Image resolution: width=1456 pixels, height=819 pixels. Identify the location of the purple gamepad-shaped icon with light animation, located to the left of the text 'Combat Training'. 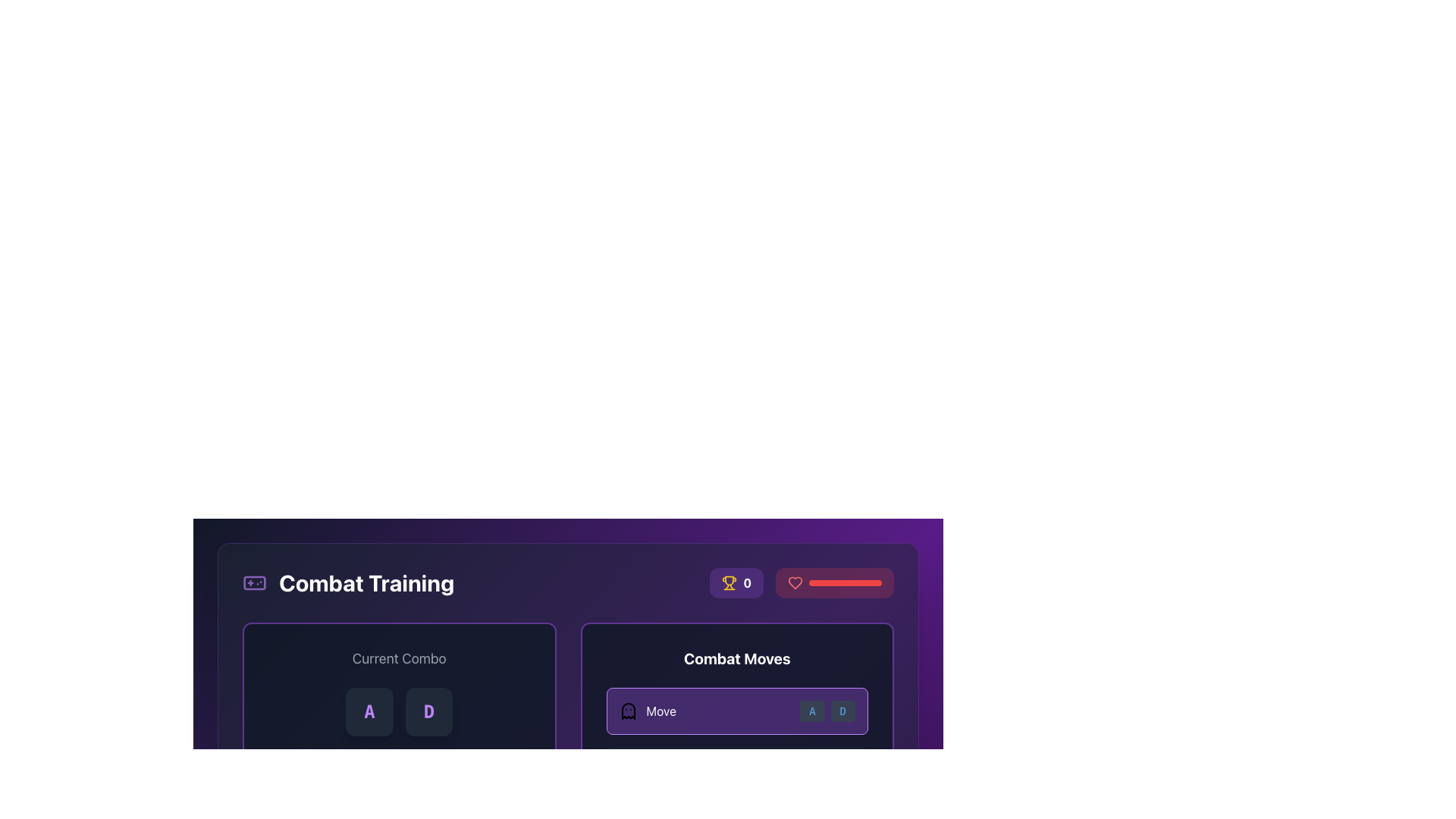
(255, 582).